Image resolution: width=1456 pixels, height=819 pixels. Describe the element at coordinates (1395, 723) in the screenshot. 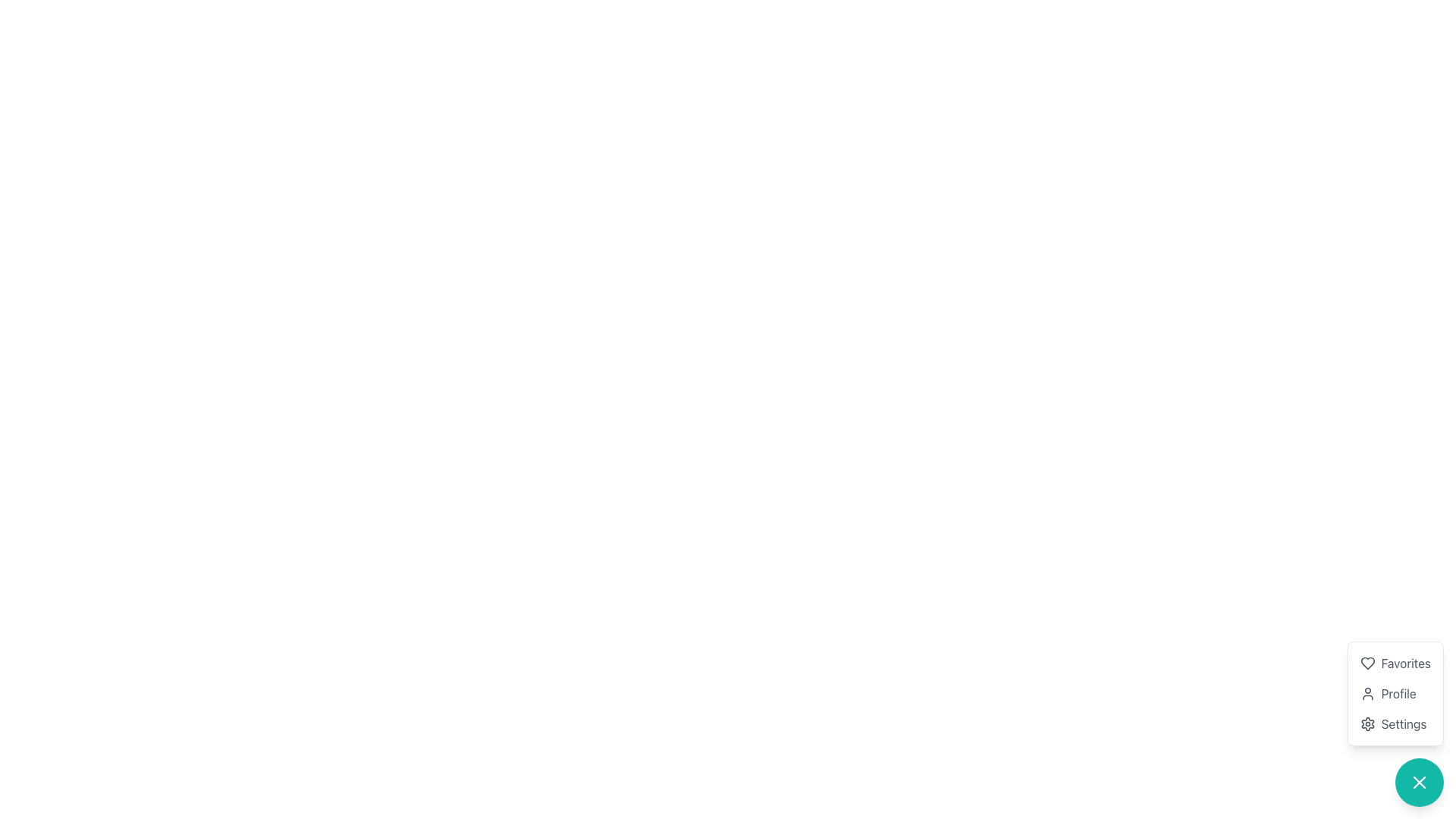

I see `the 'Settings' text label in the pop-up panel` at that location.